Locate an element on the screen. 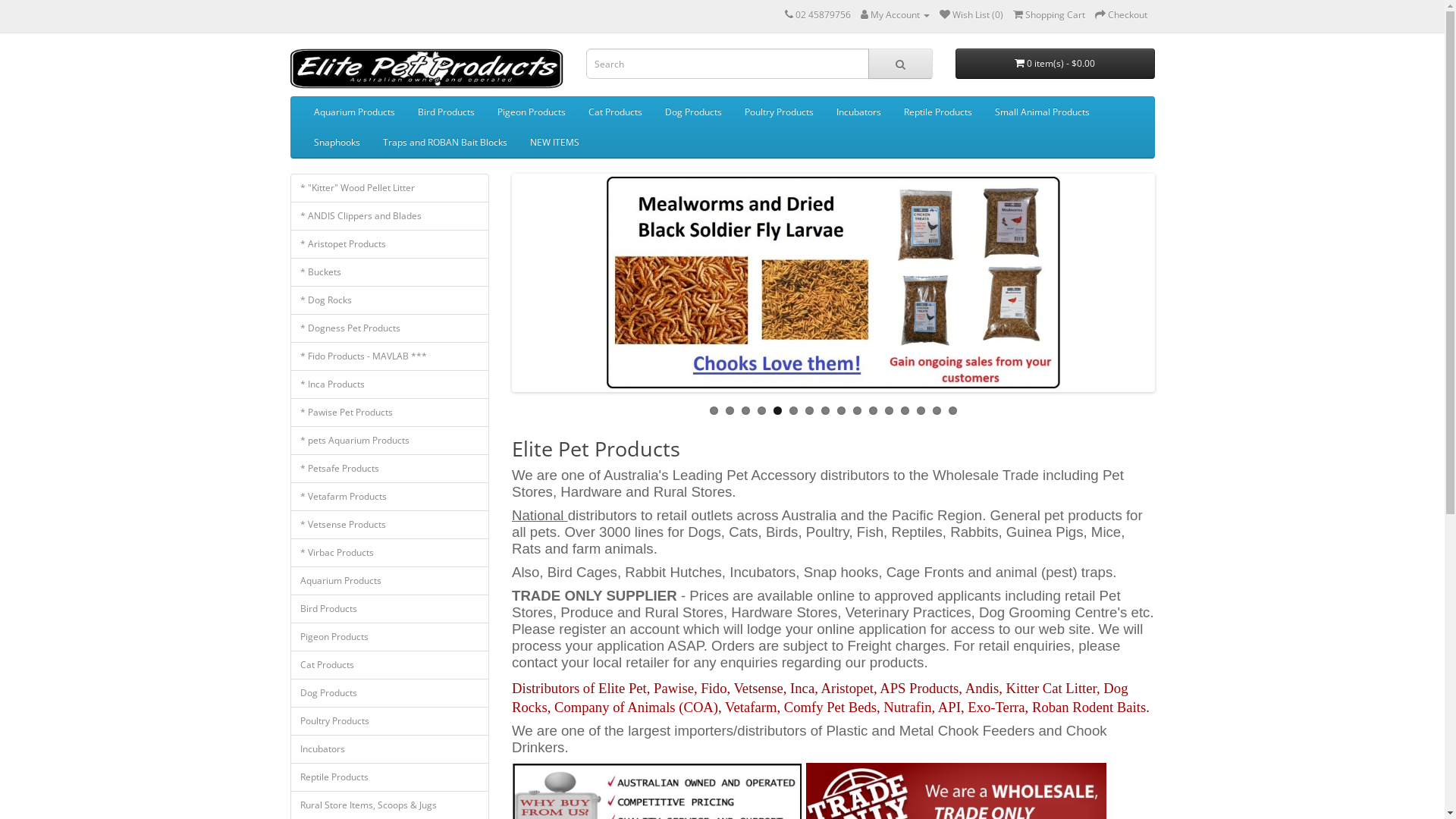 The height and width of the screenshot is (819, 1456). 'Checkout' is located at coordinates (1121, 14).